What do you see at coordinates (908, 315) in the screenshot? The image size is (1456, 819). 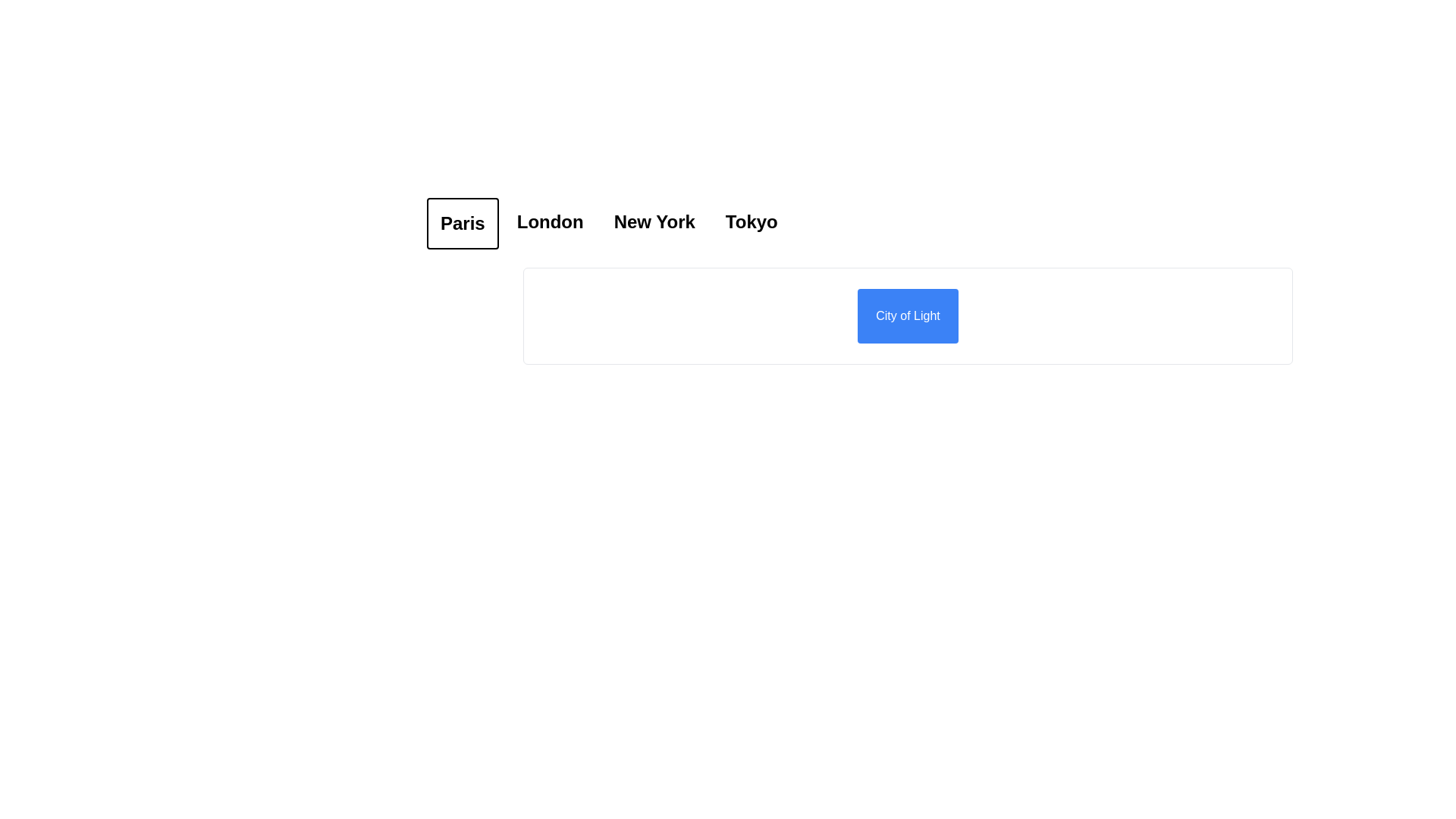 I see `the rectangular button with rounded corners that has a blue background and centered white text reading 'City of Light'` at bounding box center [908, 315].